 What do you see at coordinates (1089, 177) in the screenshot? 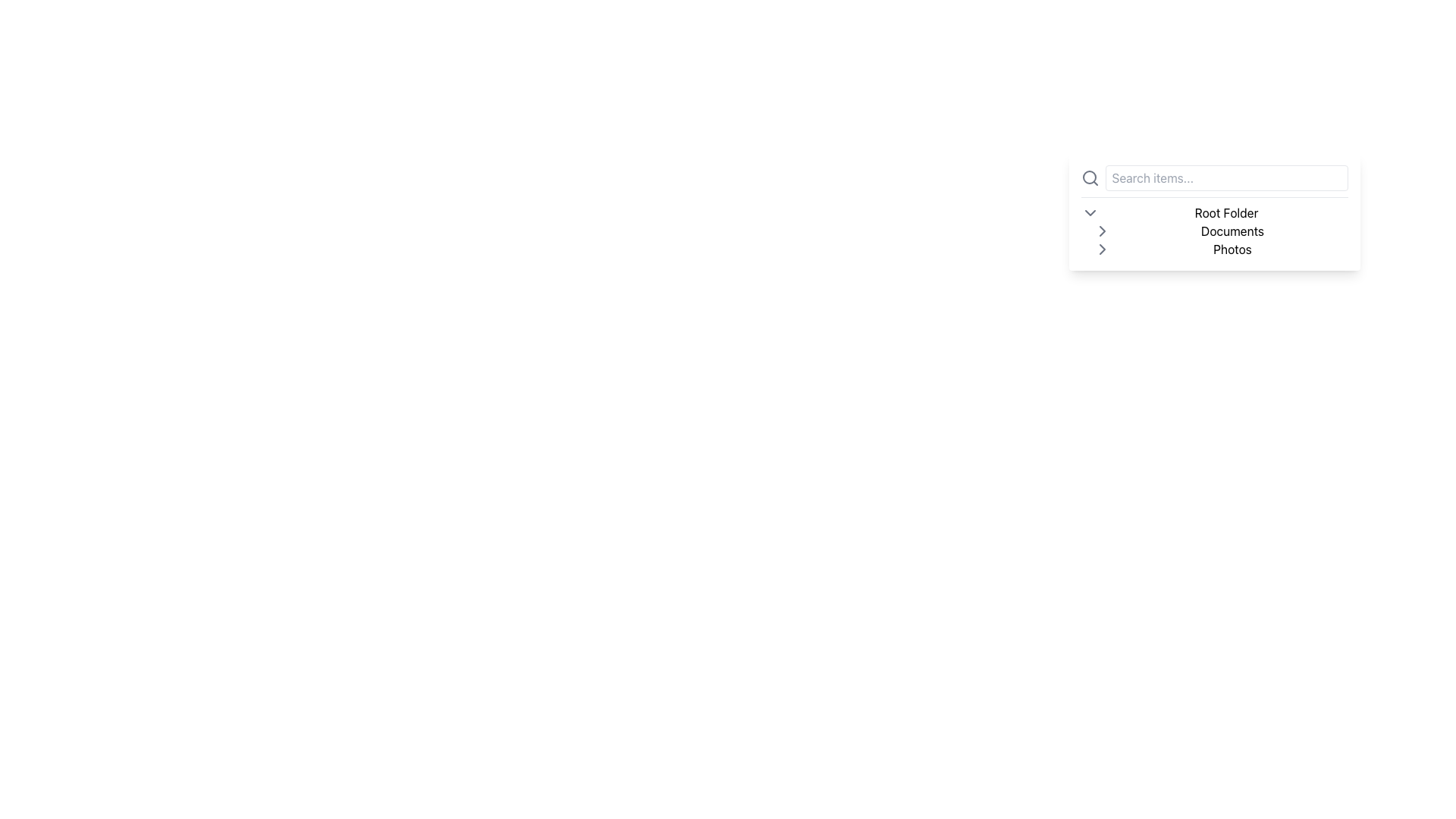
I see `the magnifying glass icon, which is an outline style gray icon located to the left of the search text input field` at bounding box center [1089, 177].